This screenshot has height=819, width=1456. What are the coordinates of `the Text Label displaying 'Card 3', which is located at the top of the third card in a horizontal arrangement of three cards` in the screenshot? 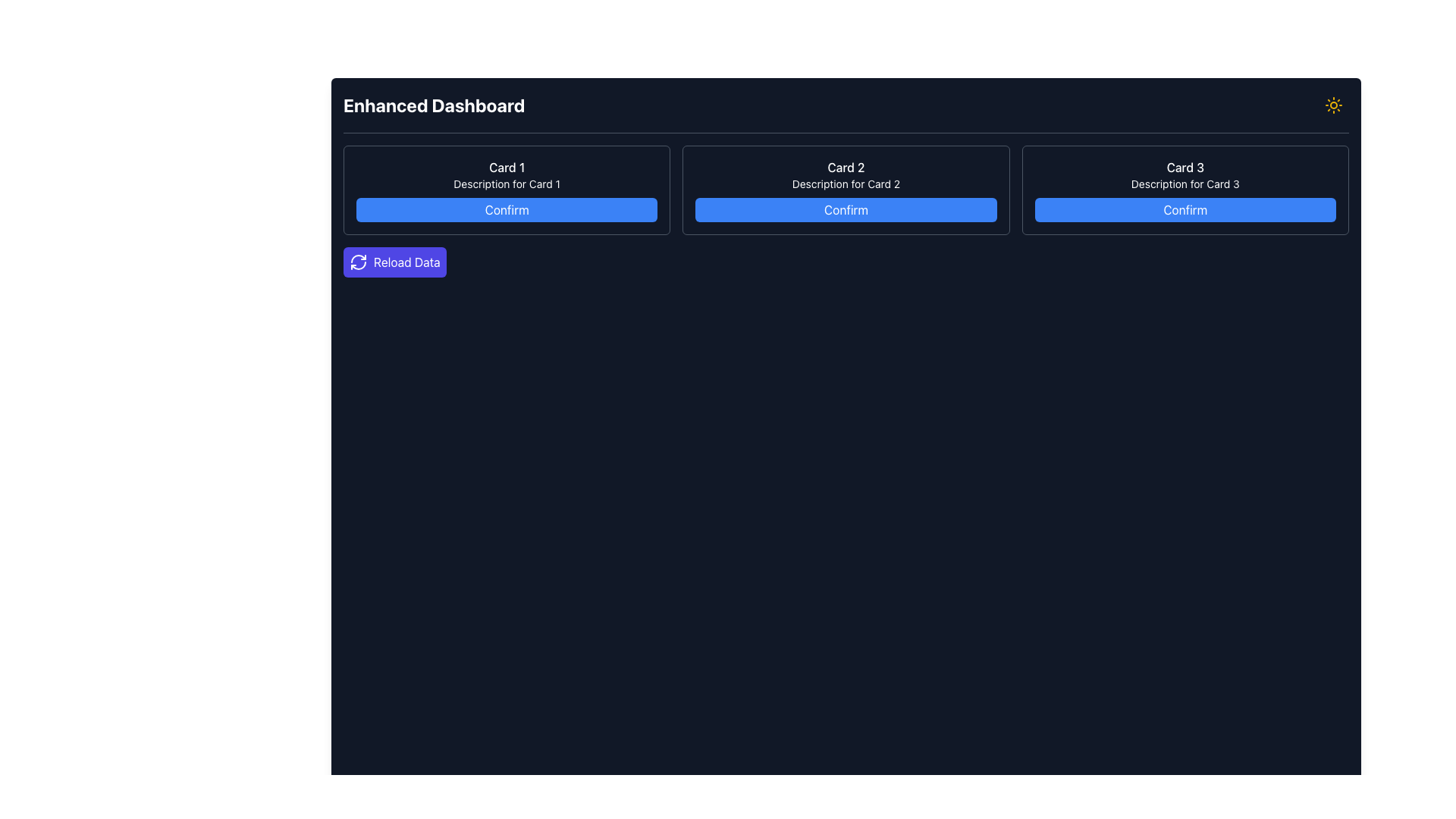 It's located at (1185, 167).